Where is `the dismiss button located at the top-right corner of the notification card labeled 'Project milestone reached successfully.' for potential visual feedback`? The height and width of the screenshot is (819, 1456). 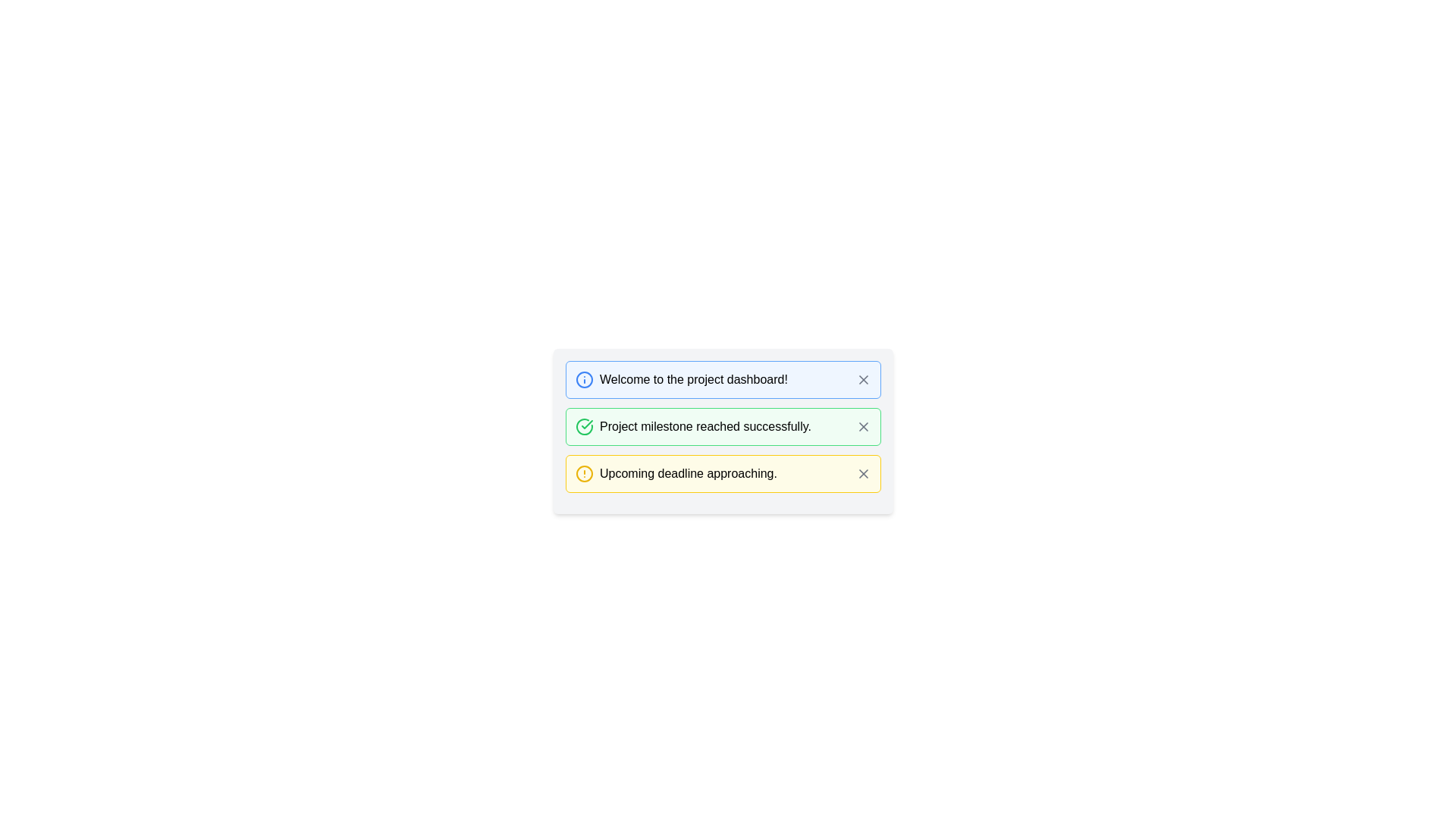
the dismiss button located at the top-right corner of the notification card labeled 'Project milestone reached successfully.' for potential visual feedback is located at coordinates (863, 427).